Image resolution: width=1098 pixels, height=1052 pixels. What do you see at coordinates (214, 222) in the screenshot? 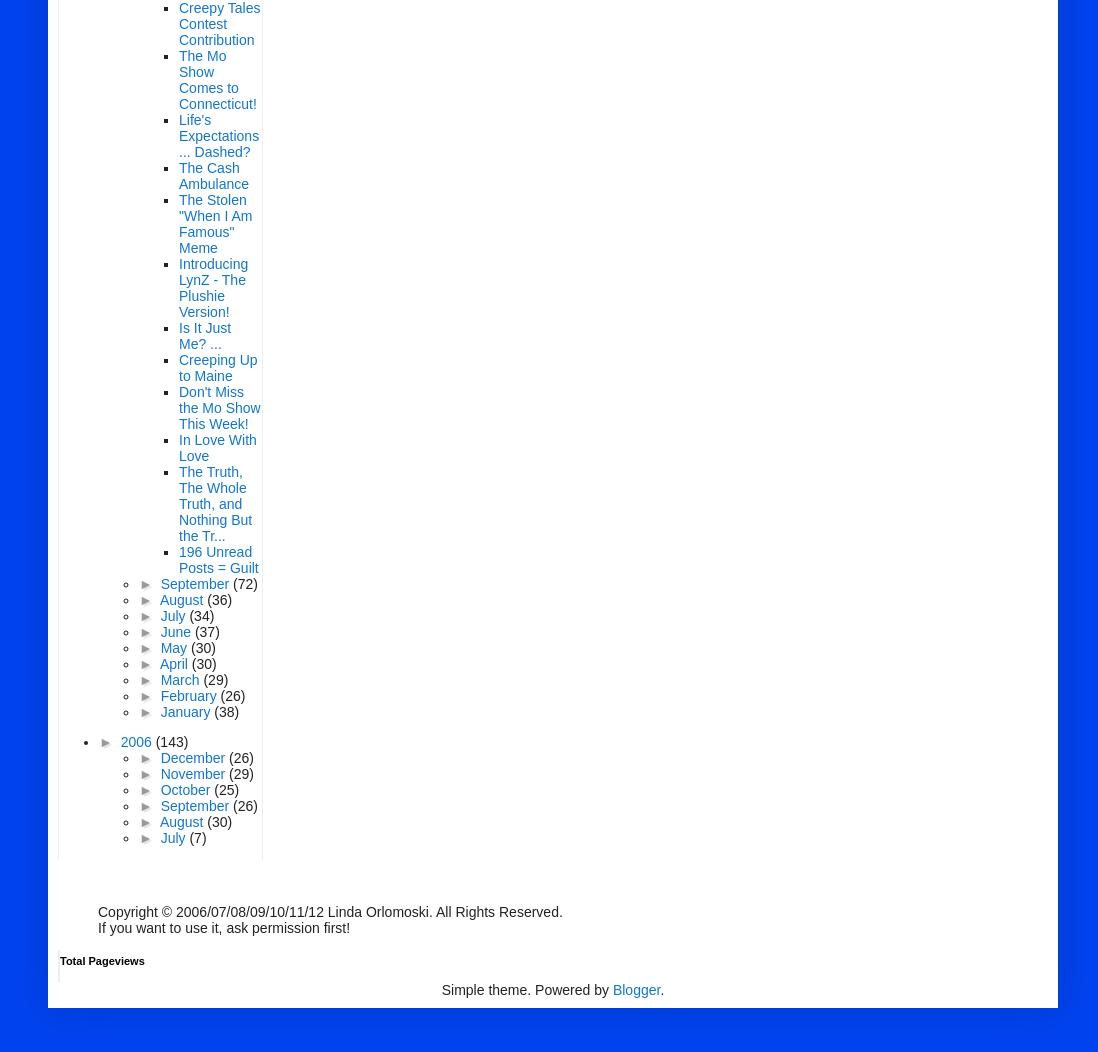
I see `'The Stolen "When I Am Famous" Meme'` at bounding box center [214, 222].